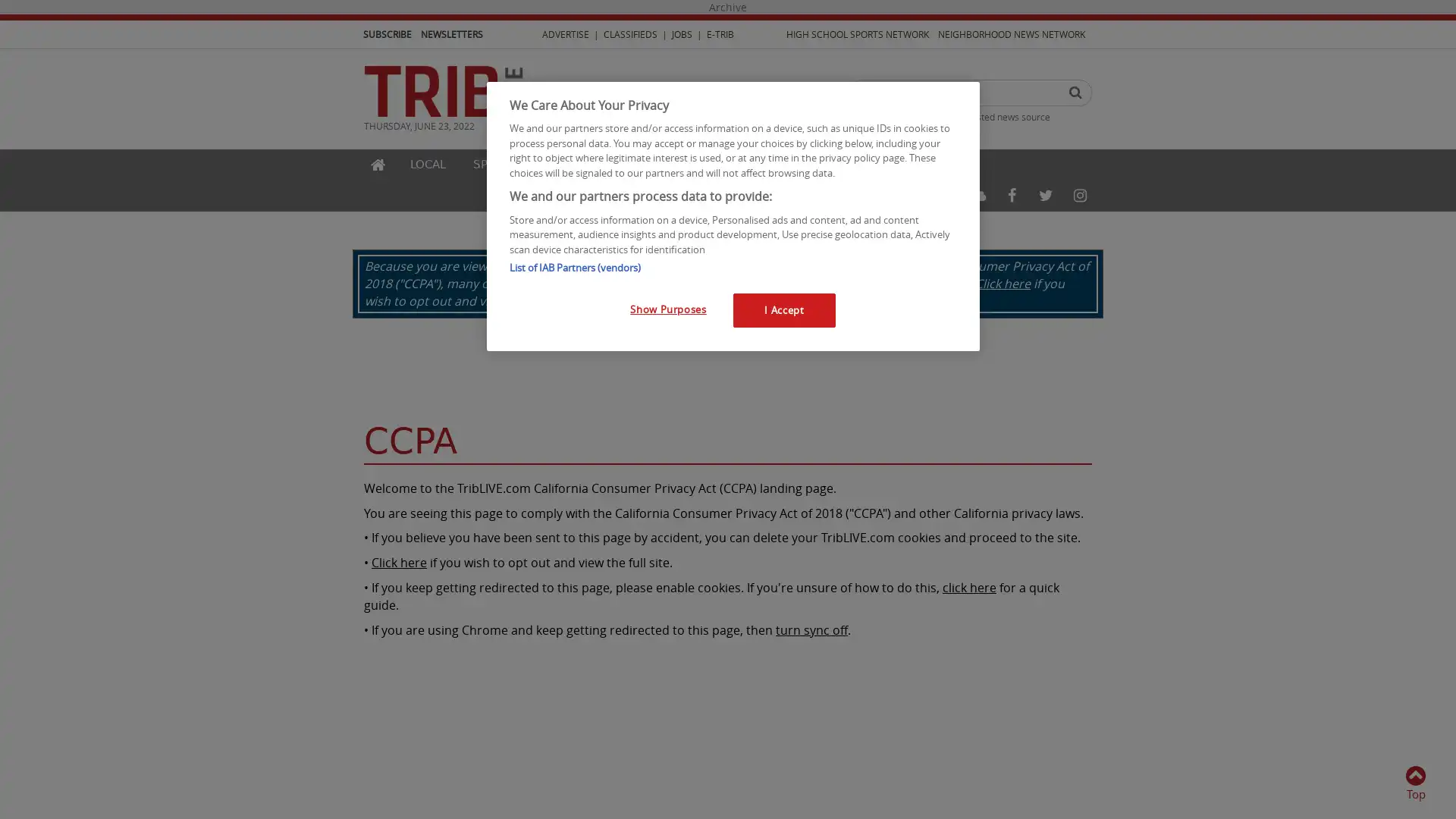  What do you see at coordinates (671, 309) in the screenshot?
I see `Show Purposes` at bounding box center [671, 309].